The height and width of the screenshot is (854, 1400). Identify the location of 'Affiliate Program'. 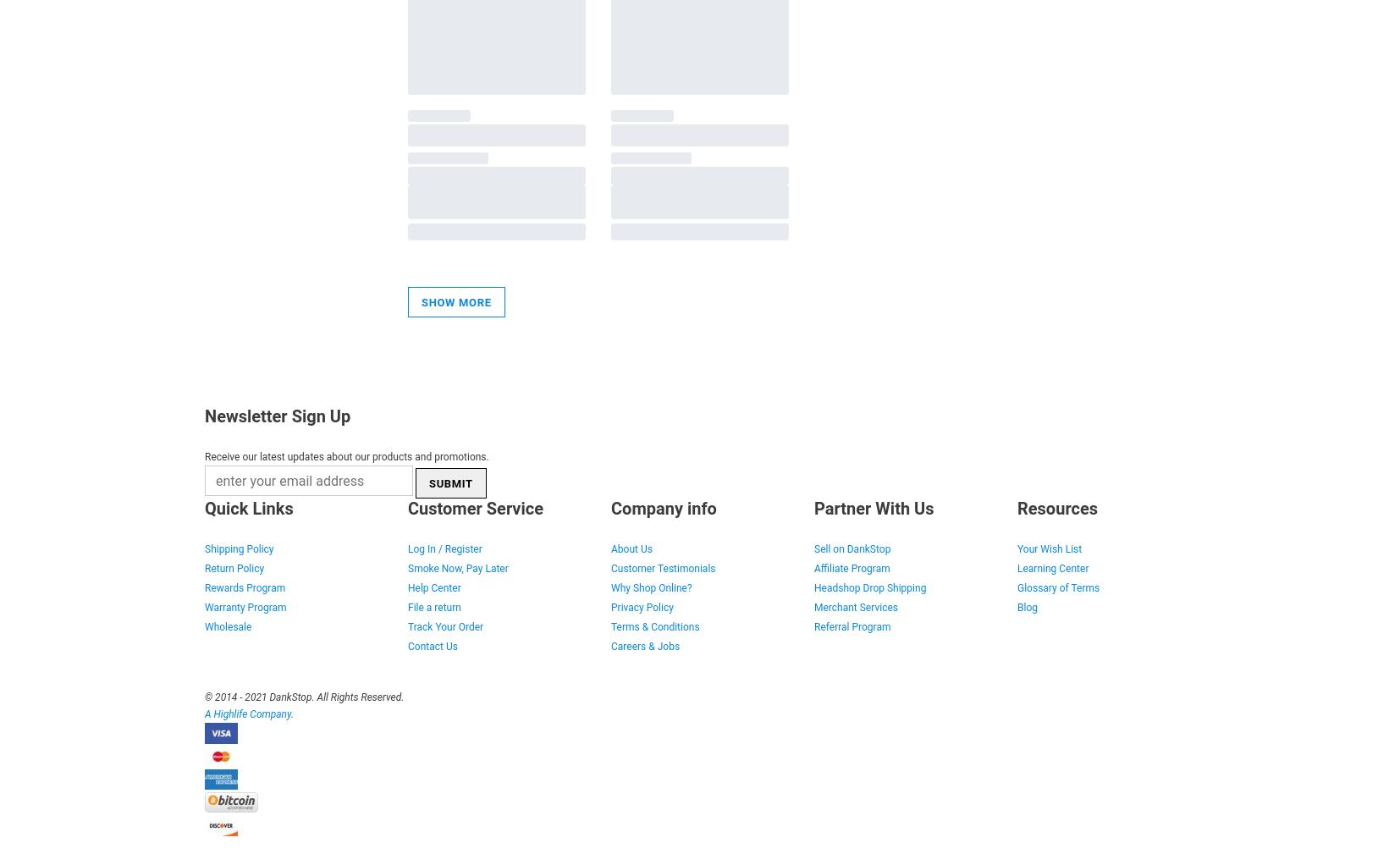
(851, 568).